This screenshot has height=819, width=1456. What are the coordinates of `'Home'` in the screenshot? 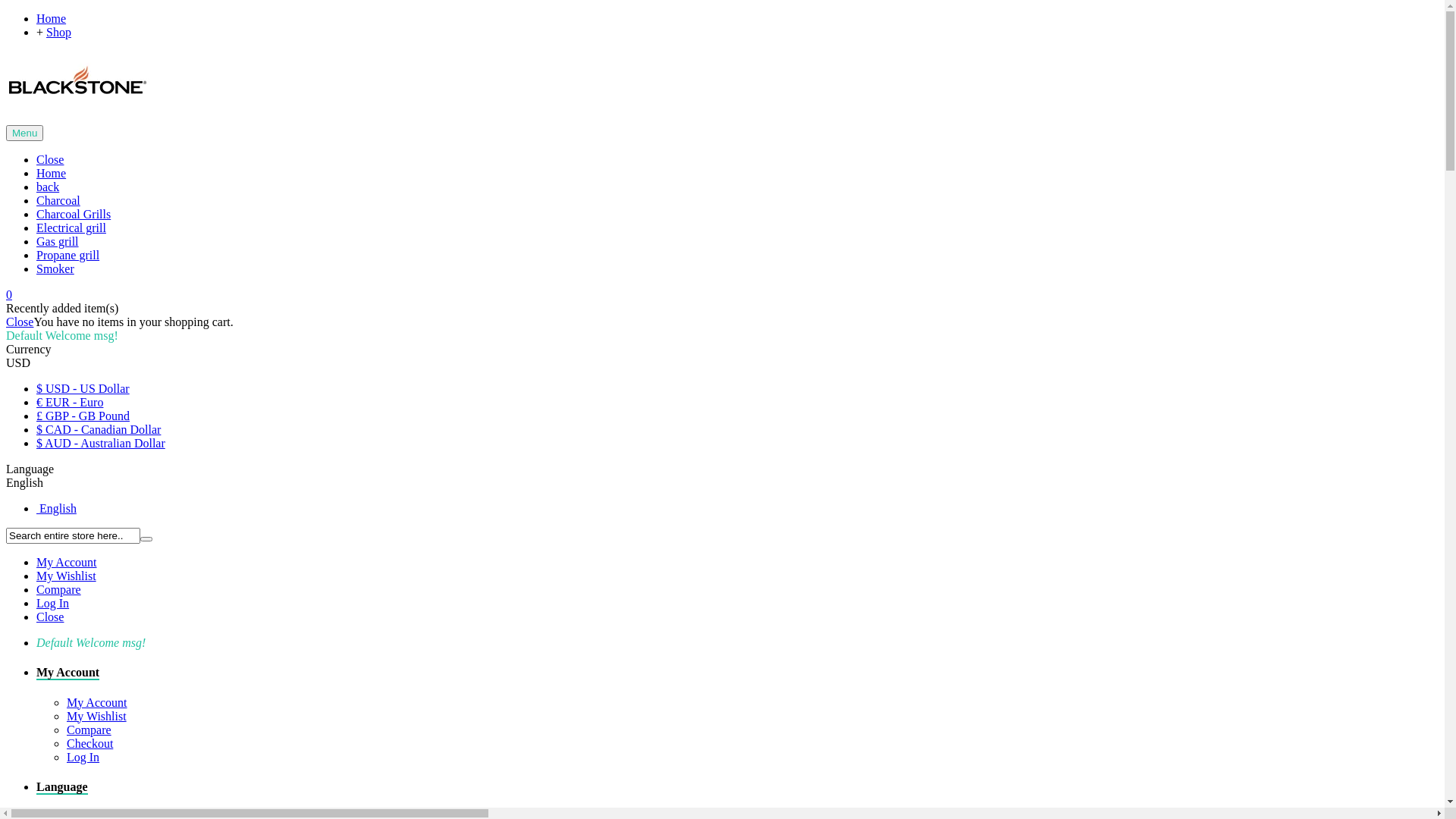 It's located at (51, 172).